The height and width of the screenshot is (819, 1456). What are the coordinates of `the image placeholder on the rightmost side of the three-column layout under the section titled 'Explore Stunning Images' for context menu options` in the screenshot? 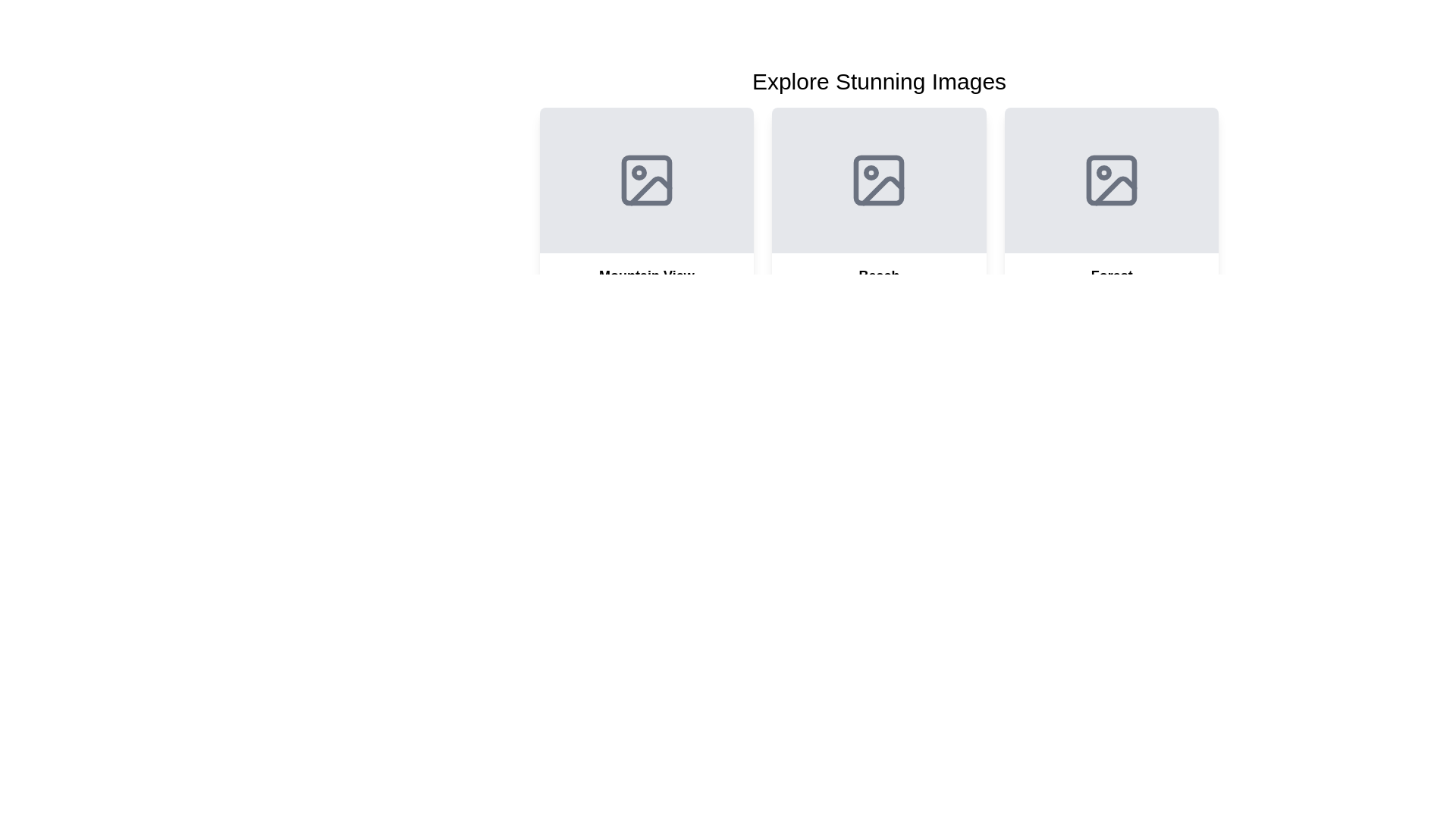 It's located at (1112, 180).